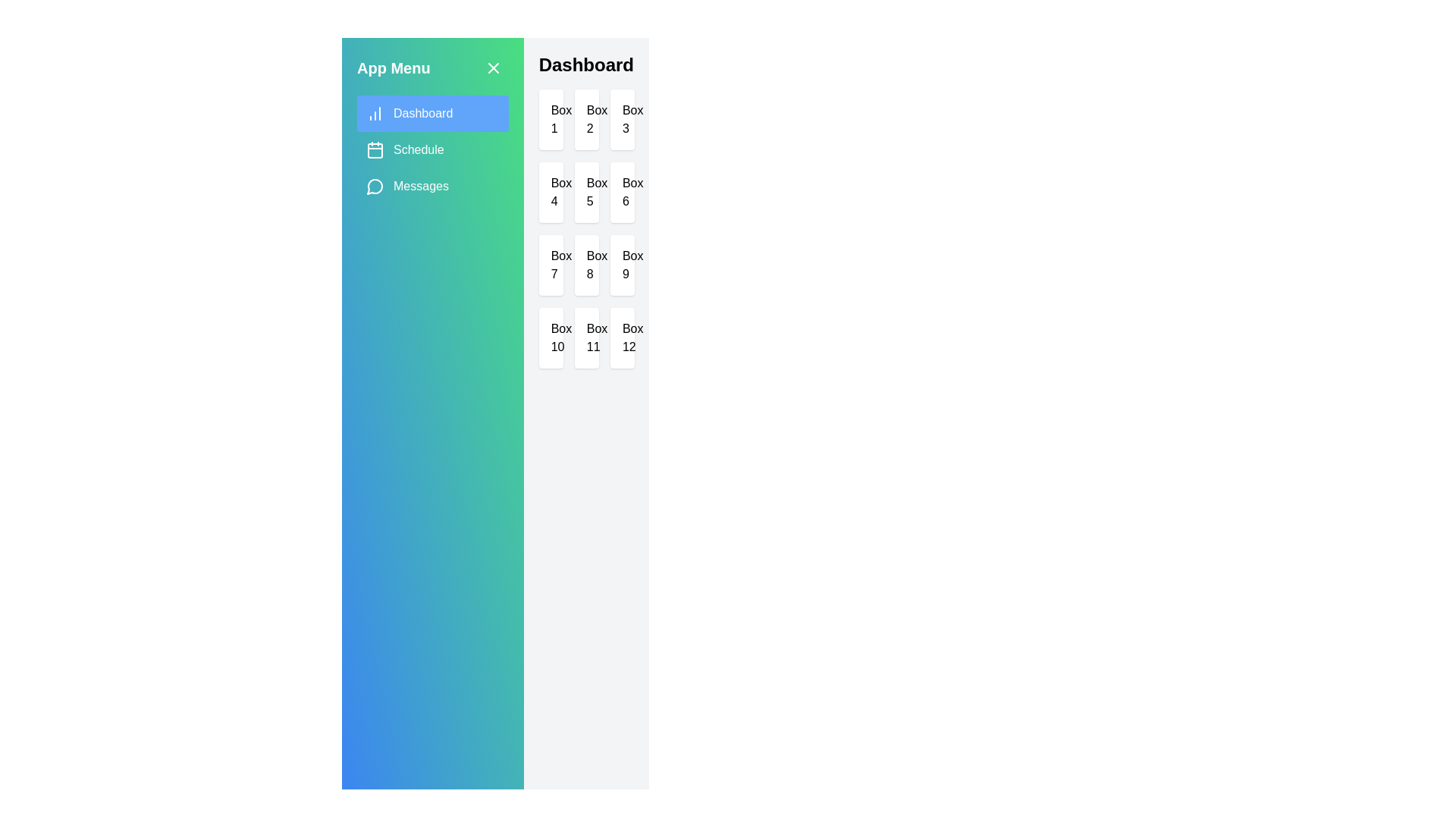 The width and height of the screenshot is (1456, 819). What do you see at coordinates (431, 186) in the screenshot?
I see `the Messages tab by clicking on its corresponding tab in the sidebar` at bounding box center [431, 186].